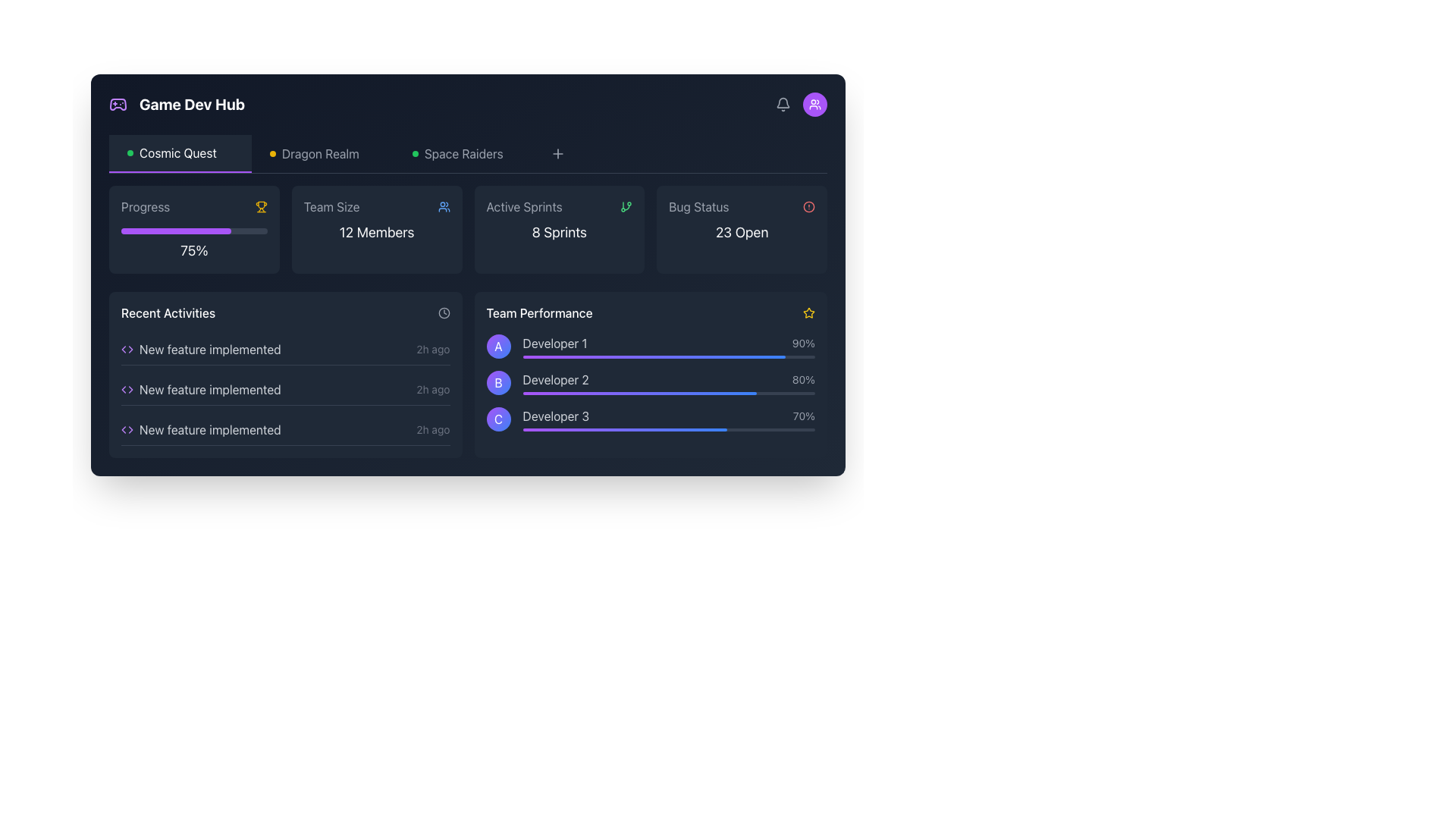  I want to click on the Text Display element in the 'Recent Activities' section that informs about the implementation of a new feature, which is the second item in the list, so click(209, 388).